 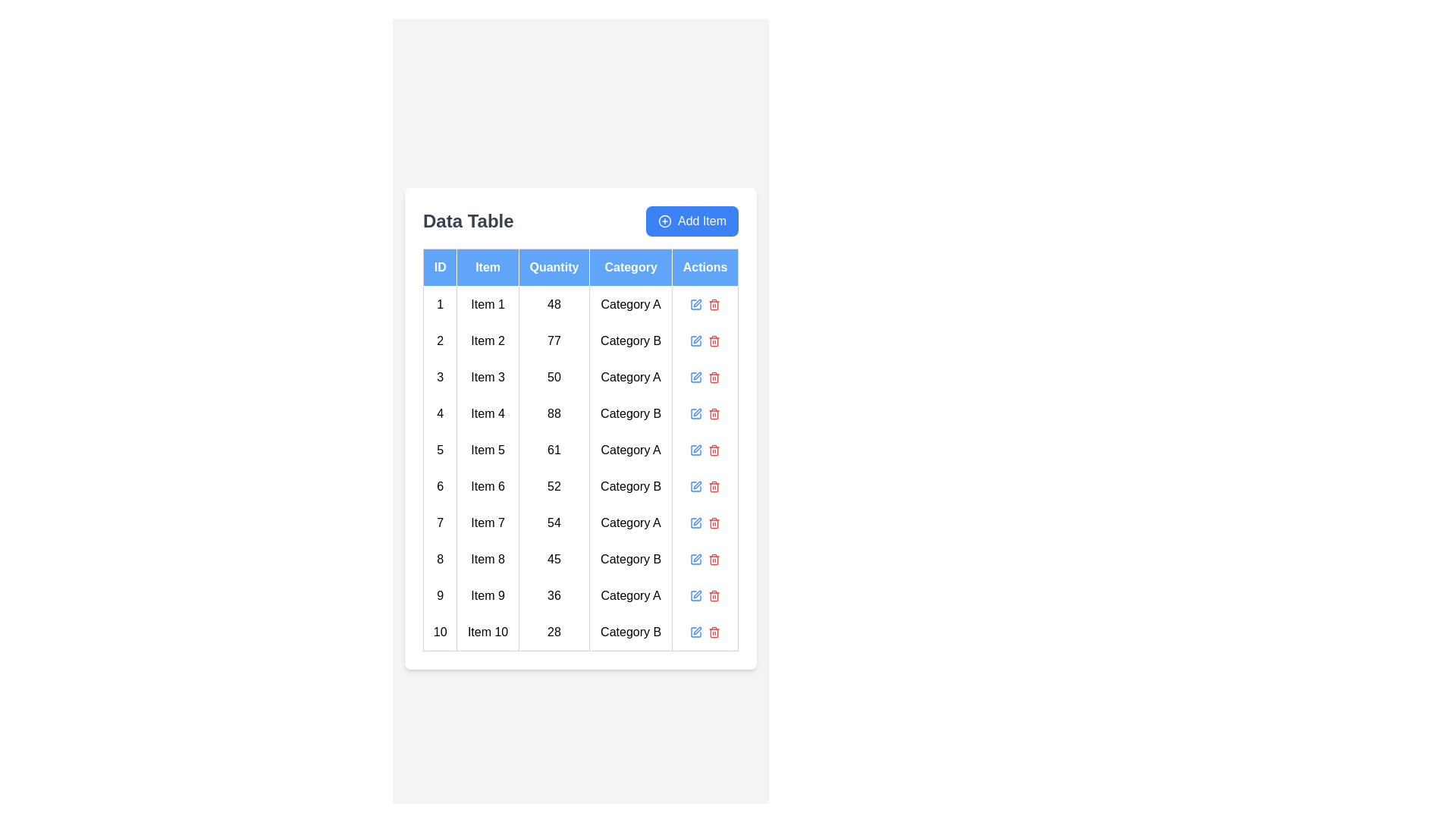 What do you see at coordinates (704, 449) in the screenshot?
I see `the red delete icon in the horizontal group of interactive icons within the 'Actions' column of the data table for 'Item 5'` at bounding box center [704, 449].